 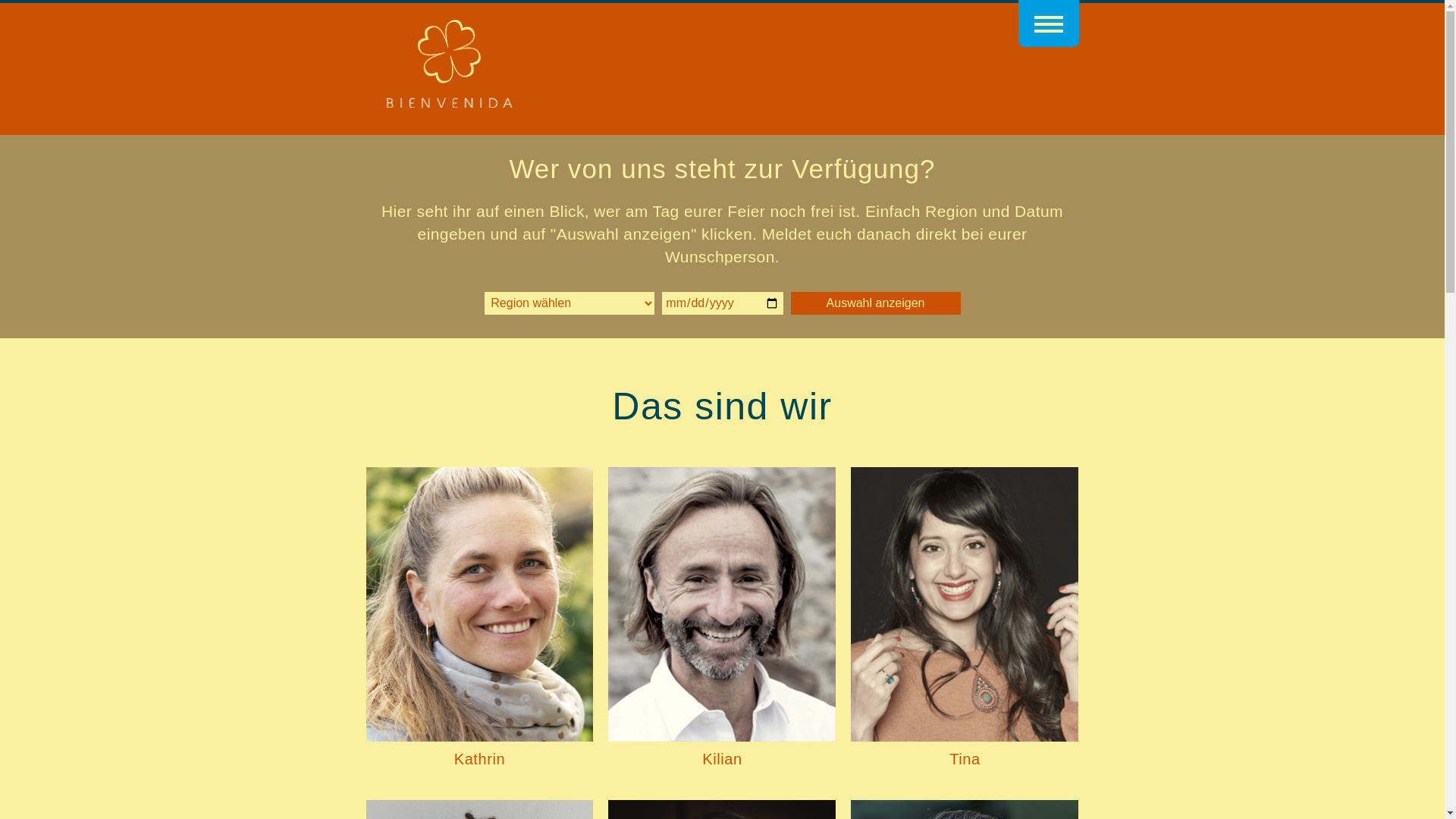 I want to click on 'Auswahl anzeigen', so click(x=874, y=303).